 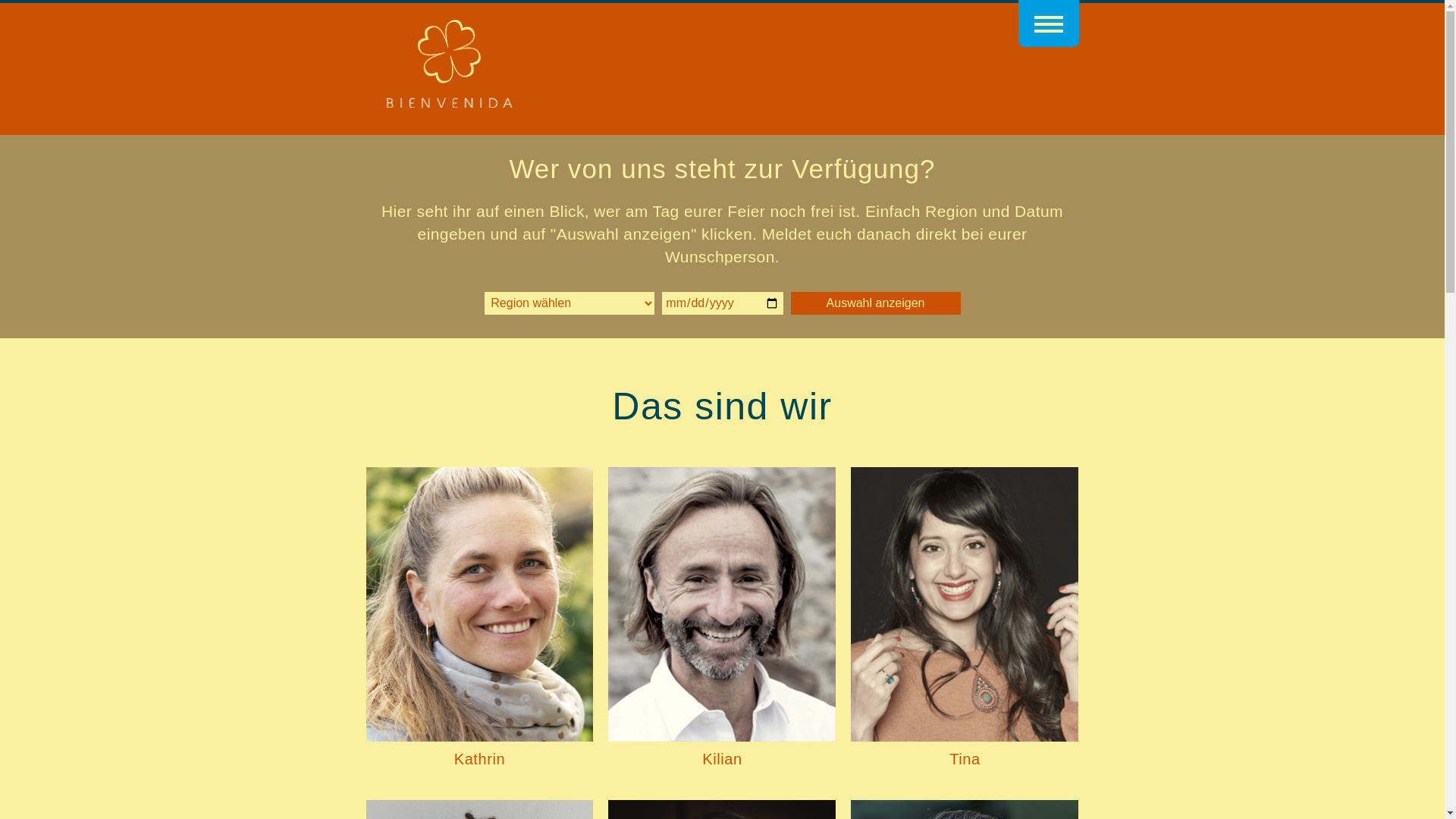 I want to click on 'Auswahl anzeigen', so click(x=874, y=303).